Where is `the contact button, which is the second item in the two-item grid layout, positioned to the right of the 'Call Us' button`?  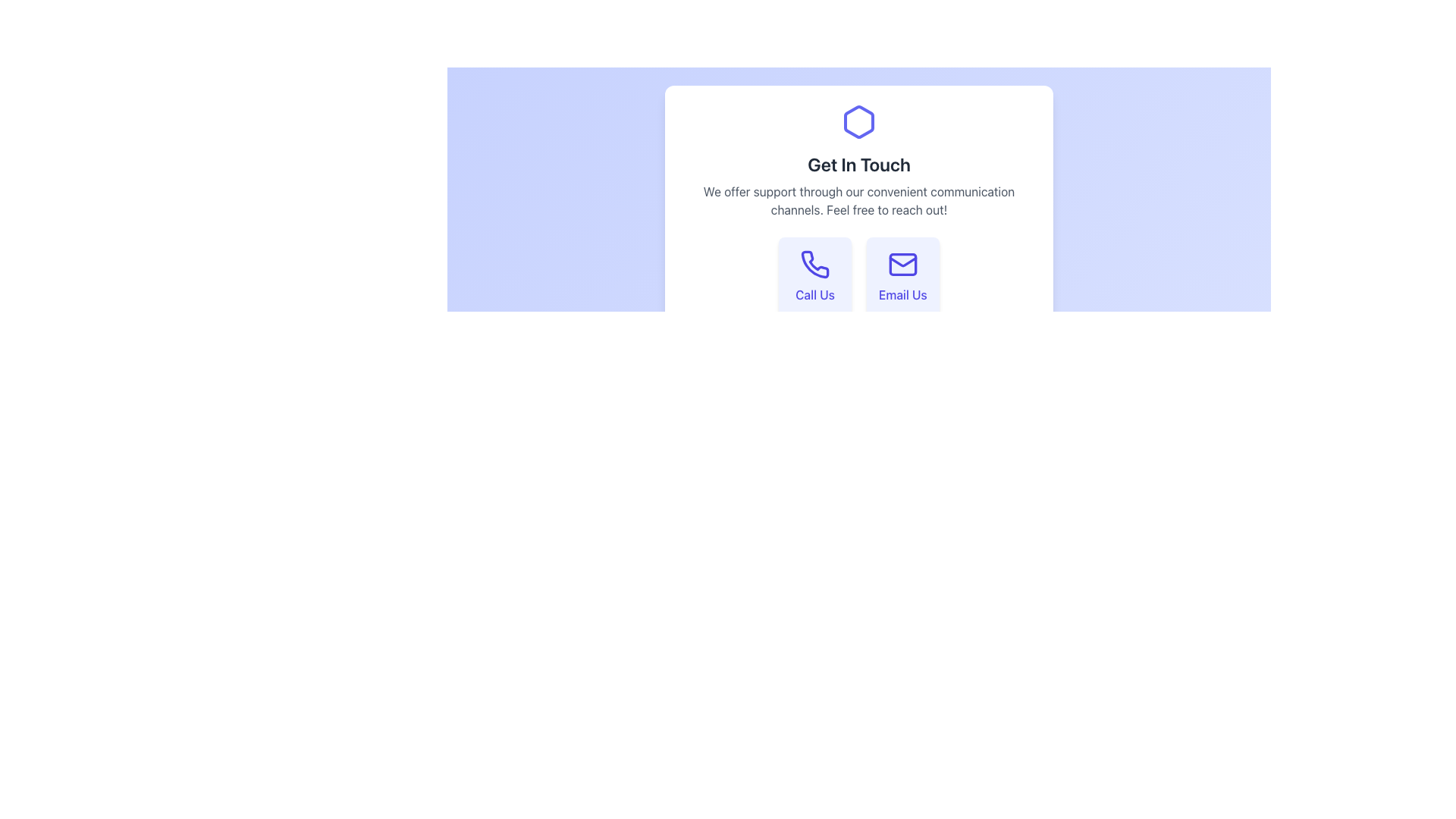
the contact button, which is the second item in the two-item grid layout, positioned to the right of the 'Call Us' button is located at coordinates (902, 277).